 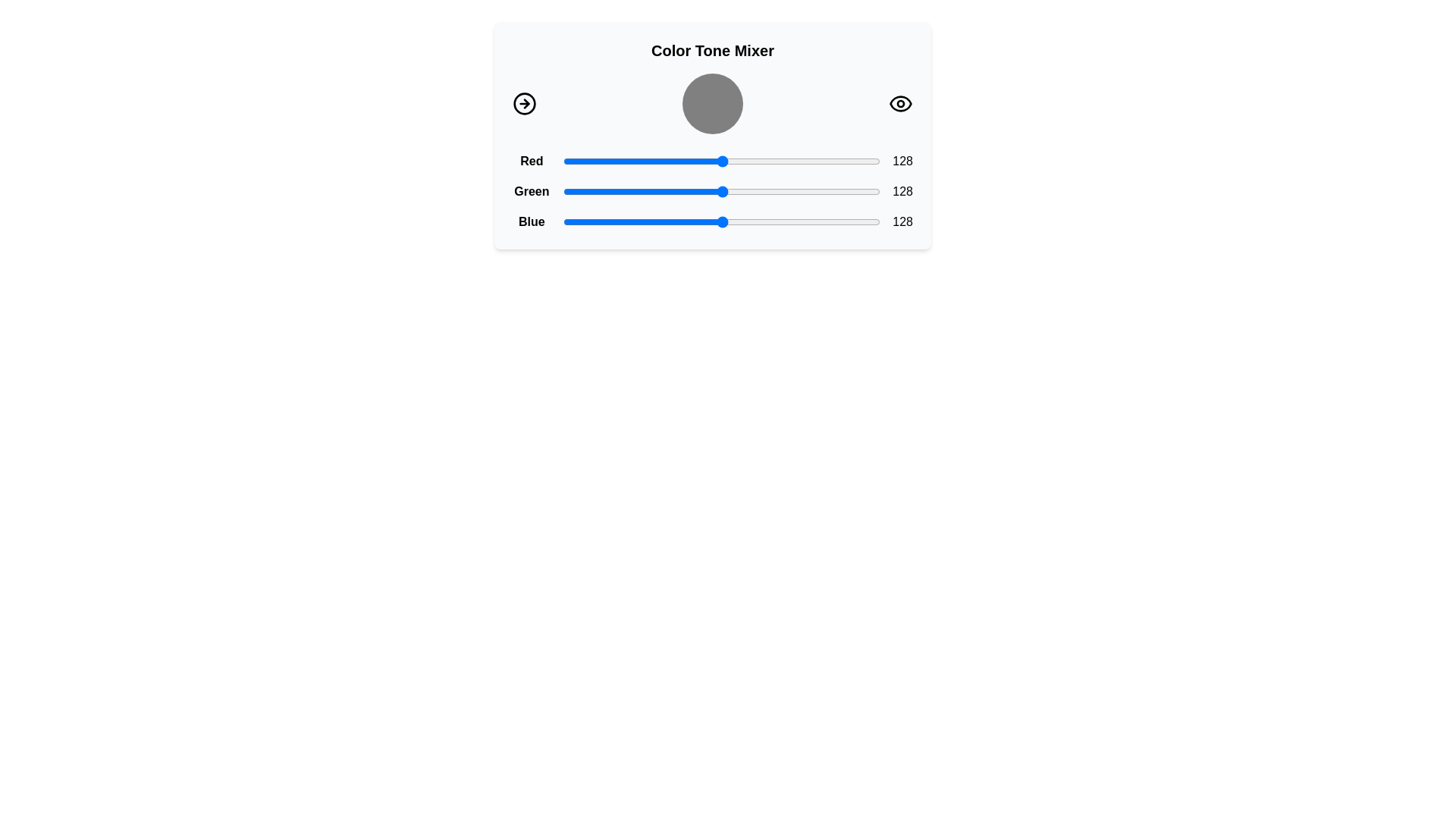 I want to click on green color intensity, so click(x=850, y=191).